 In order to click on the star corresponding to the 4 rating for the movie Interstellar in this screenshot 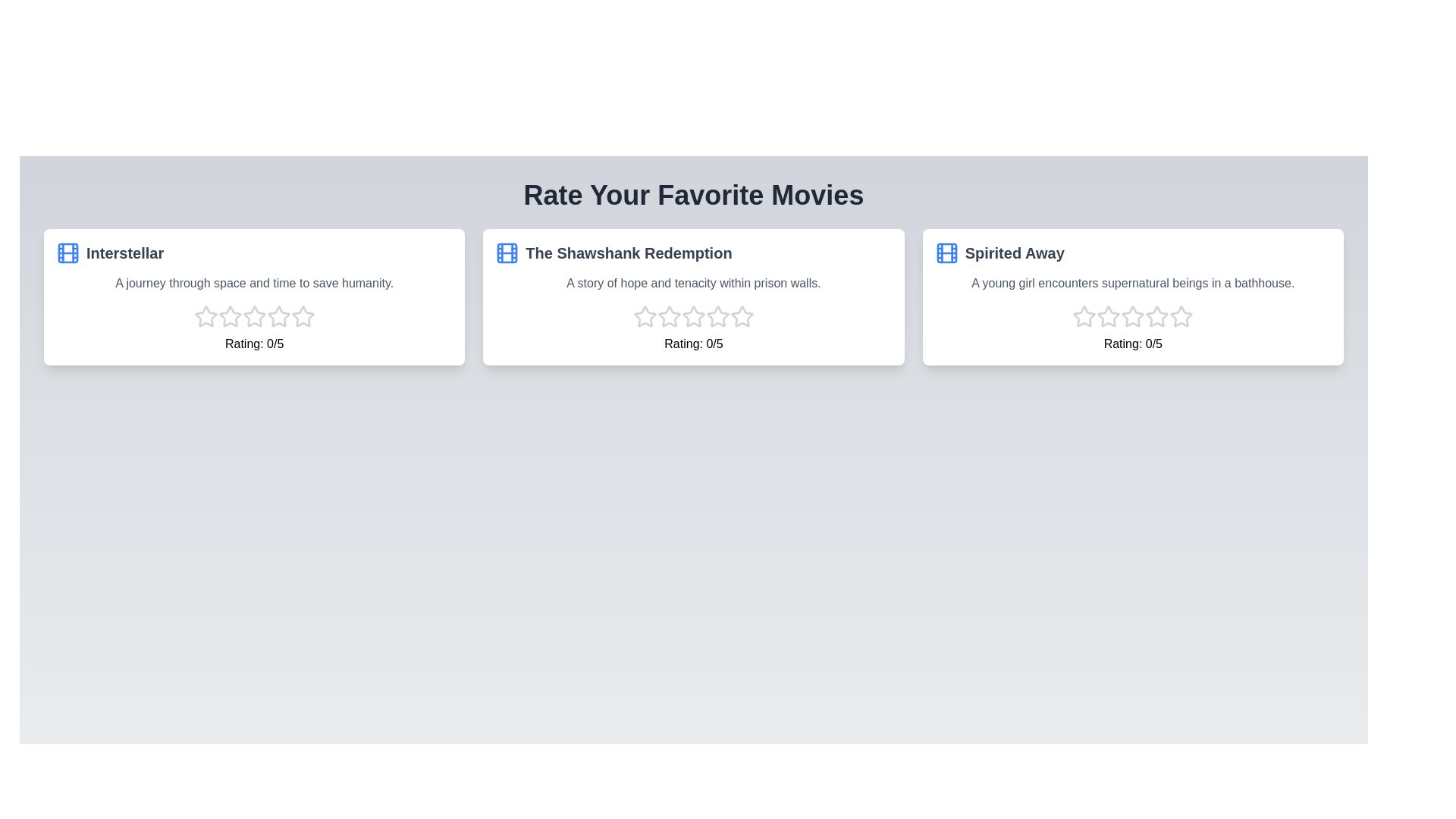, I will do `click(278, 315)`.